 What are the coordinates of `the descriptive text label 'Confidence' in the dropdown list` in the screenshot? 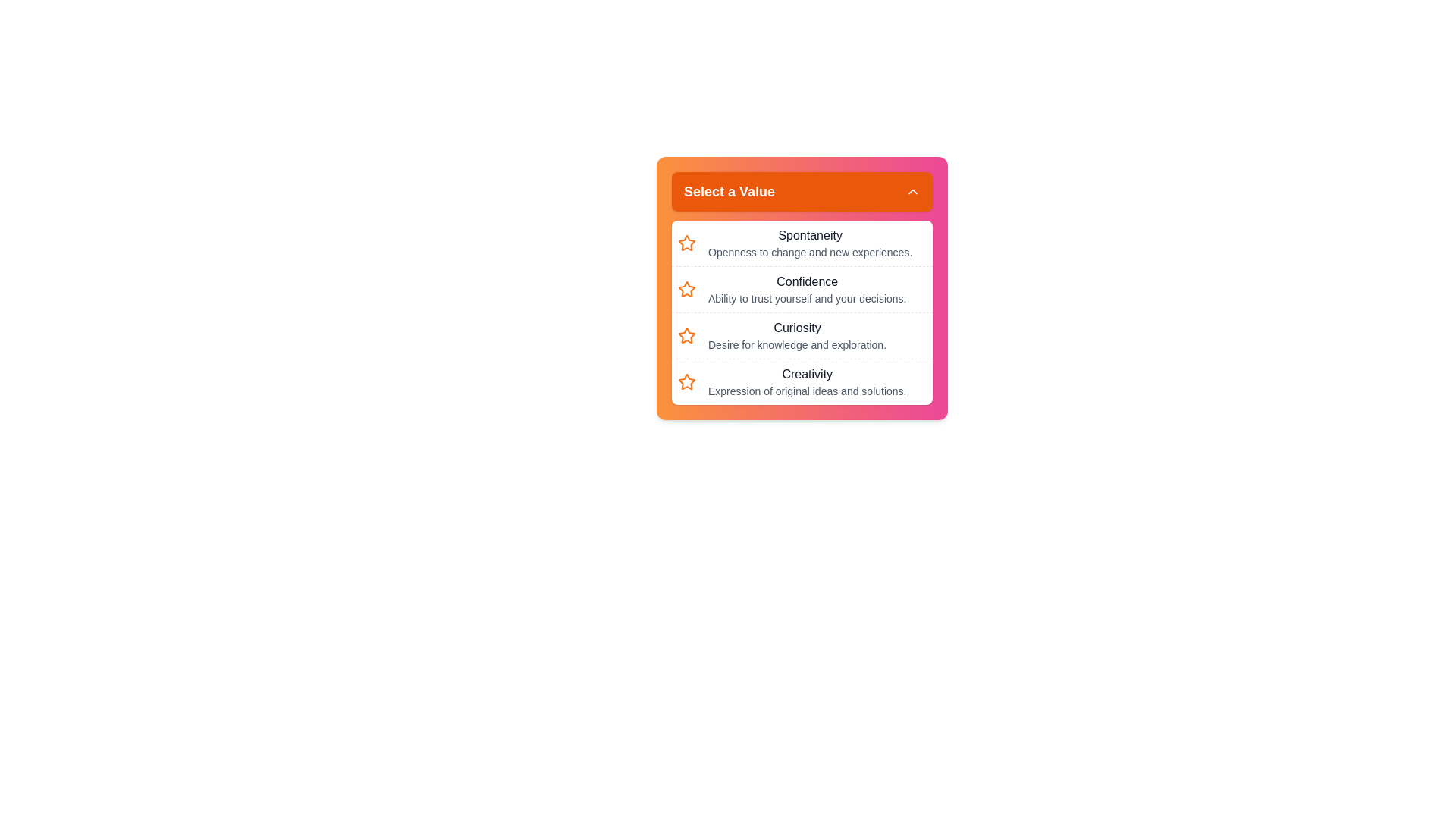 It's located at (806, 289).